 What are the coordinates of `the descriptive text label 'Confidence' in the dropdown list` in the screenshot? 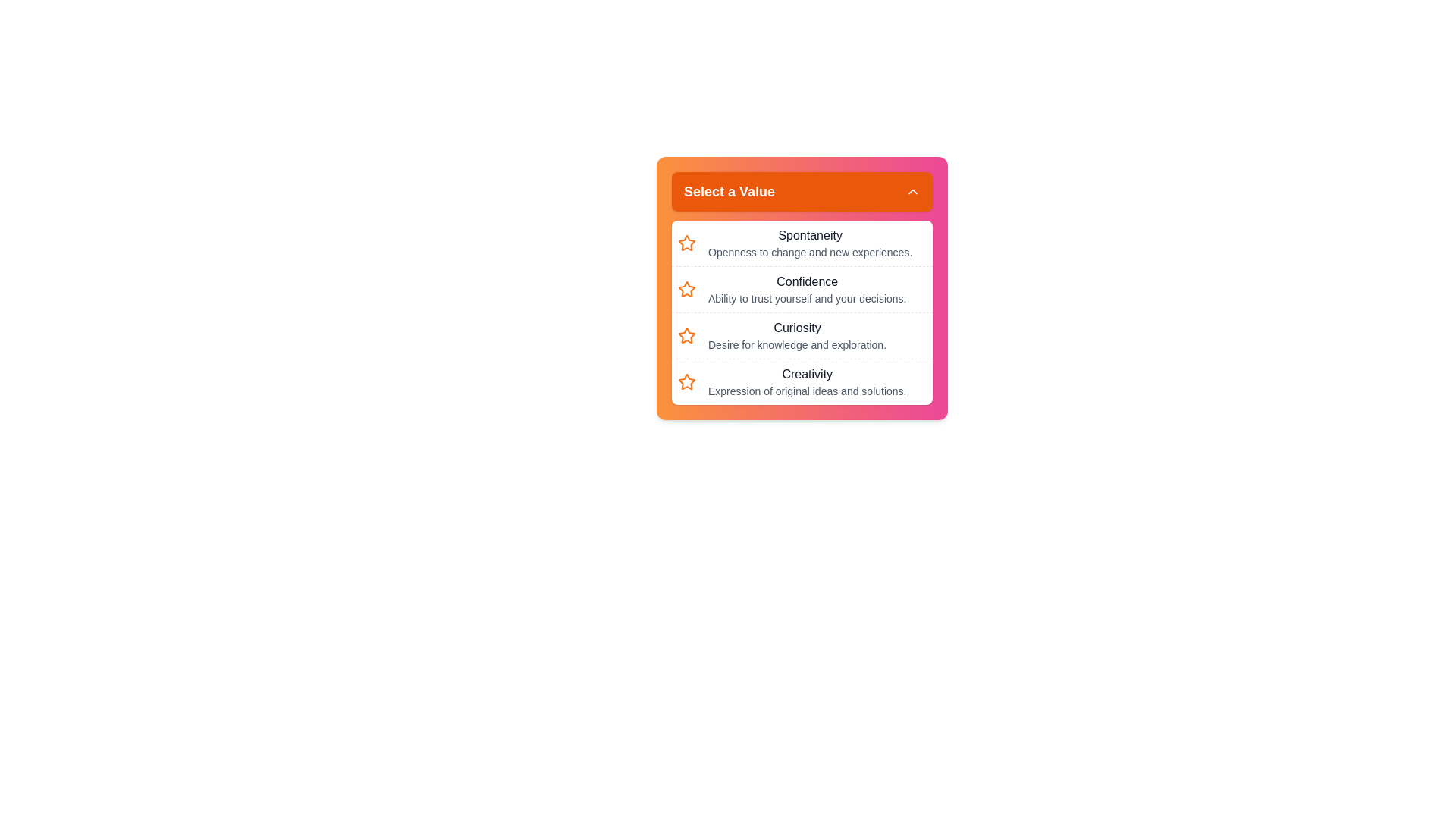 It's located at (806, 289).